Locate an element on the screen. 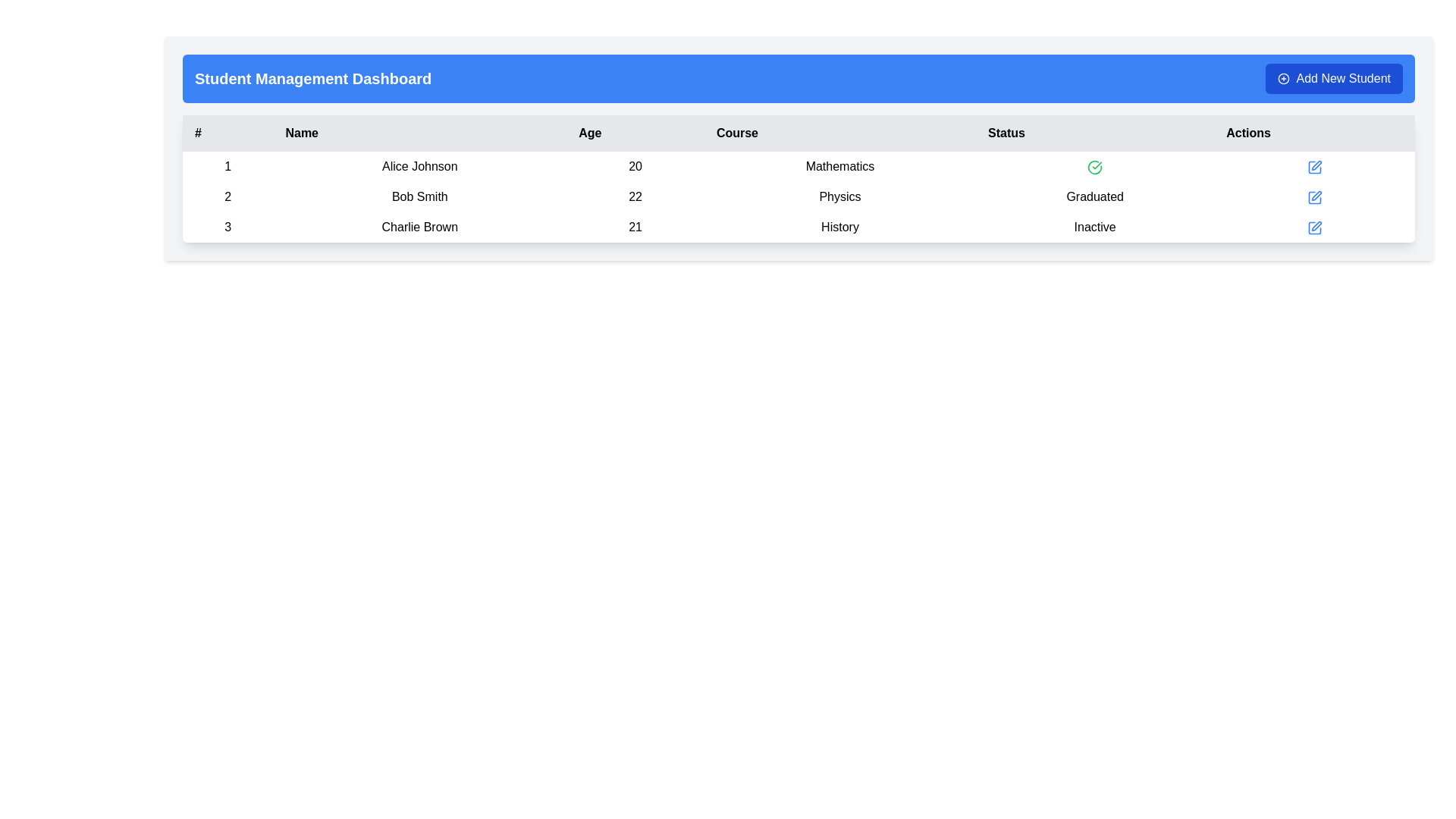 This screenshot has height=819, width=1456. the static text element representing a student's name in the second cell of a table row, located under the 'Name' column is located at coordinates (419, 166).